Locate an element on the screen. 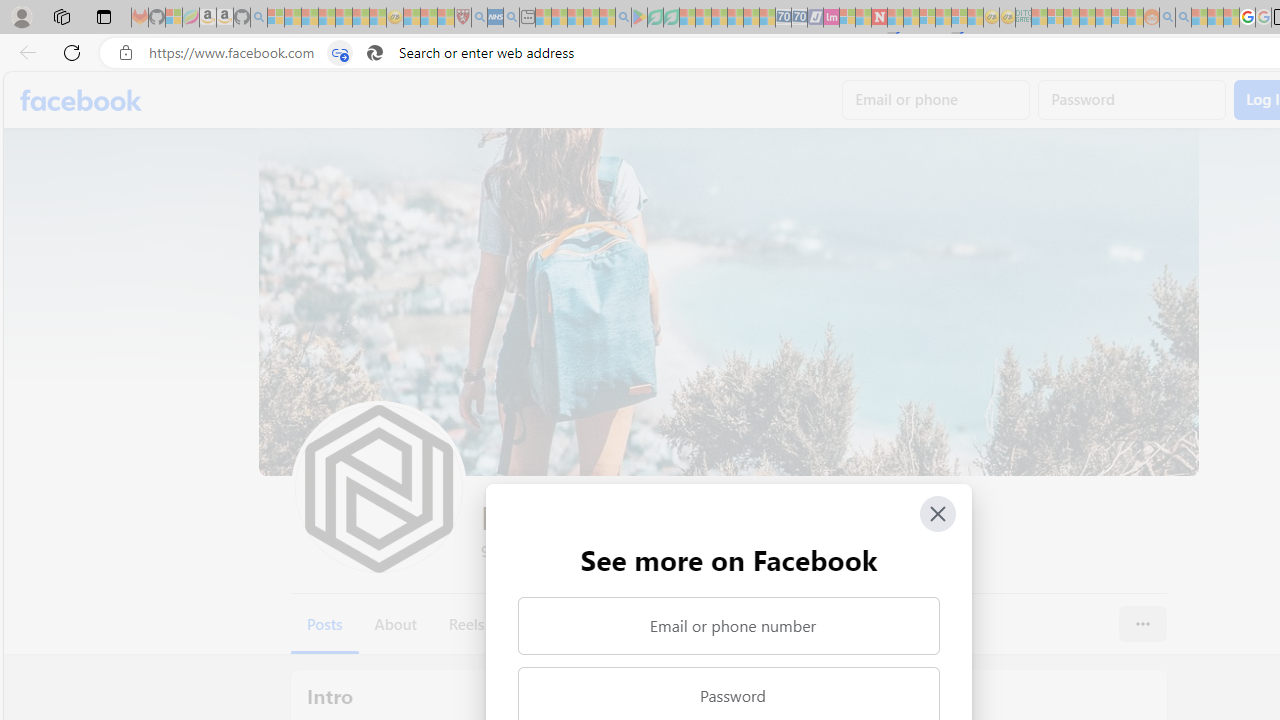  'Email or phone number' is located at coordinates (727, 625).